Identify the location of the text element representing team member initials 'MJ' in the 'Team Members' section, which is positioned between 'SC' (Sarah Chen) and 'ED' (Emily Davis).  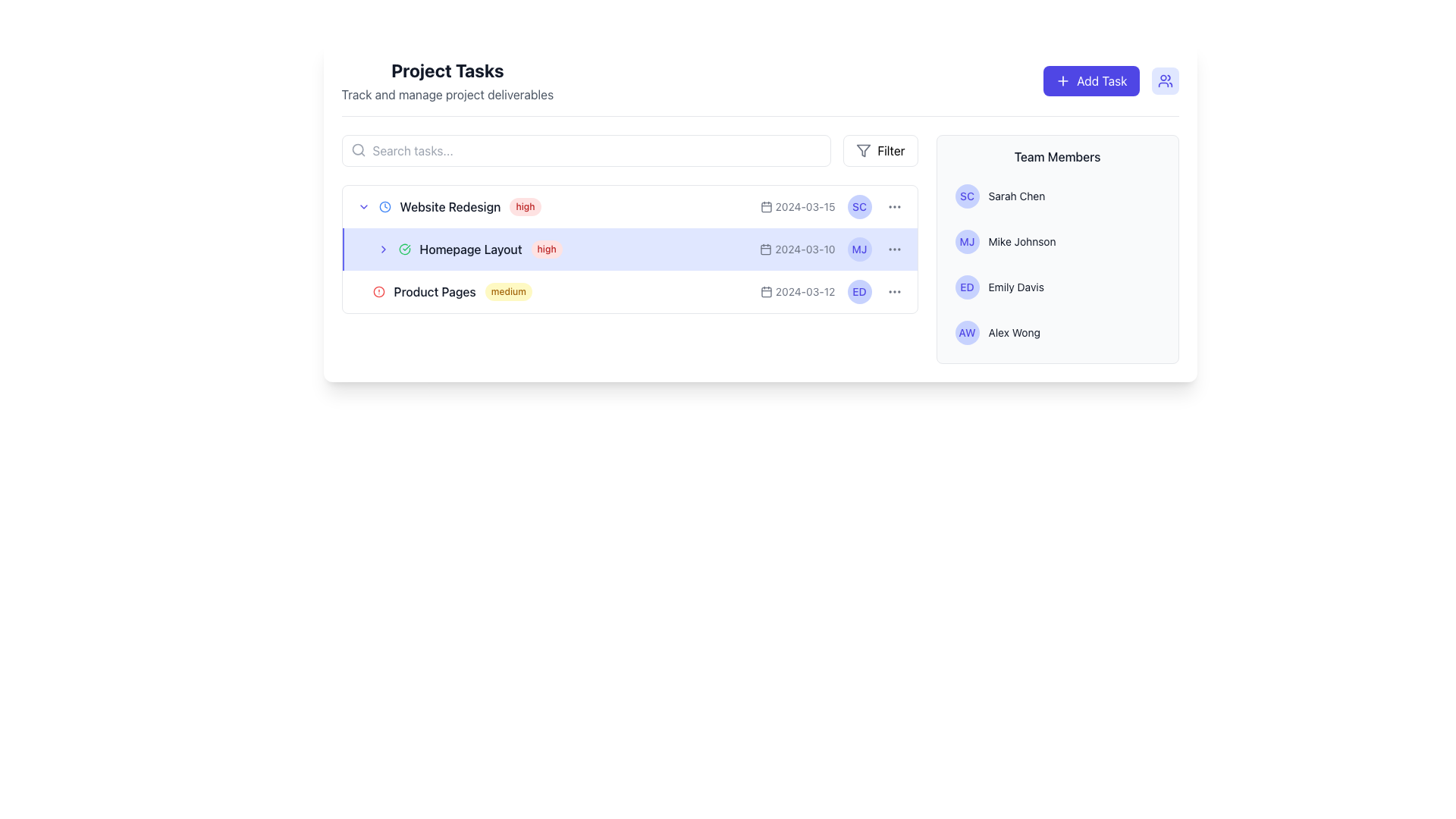
(966, 241).